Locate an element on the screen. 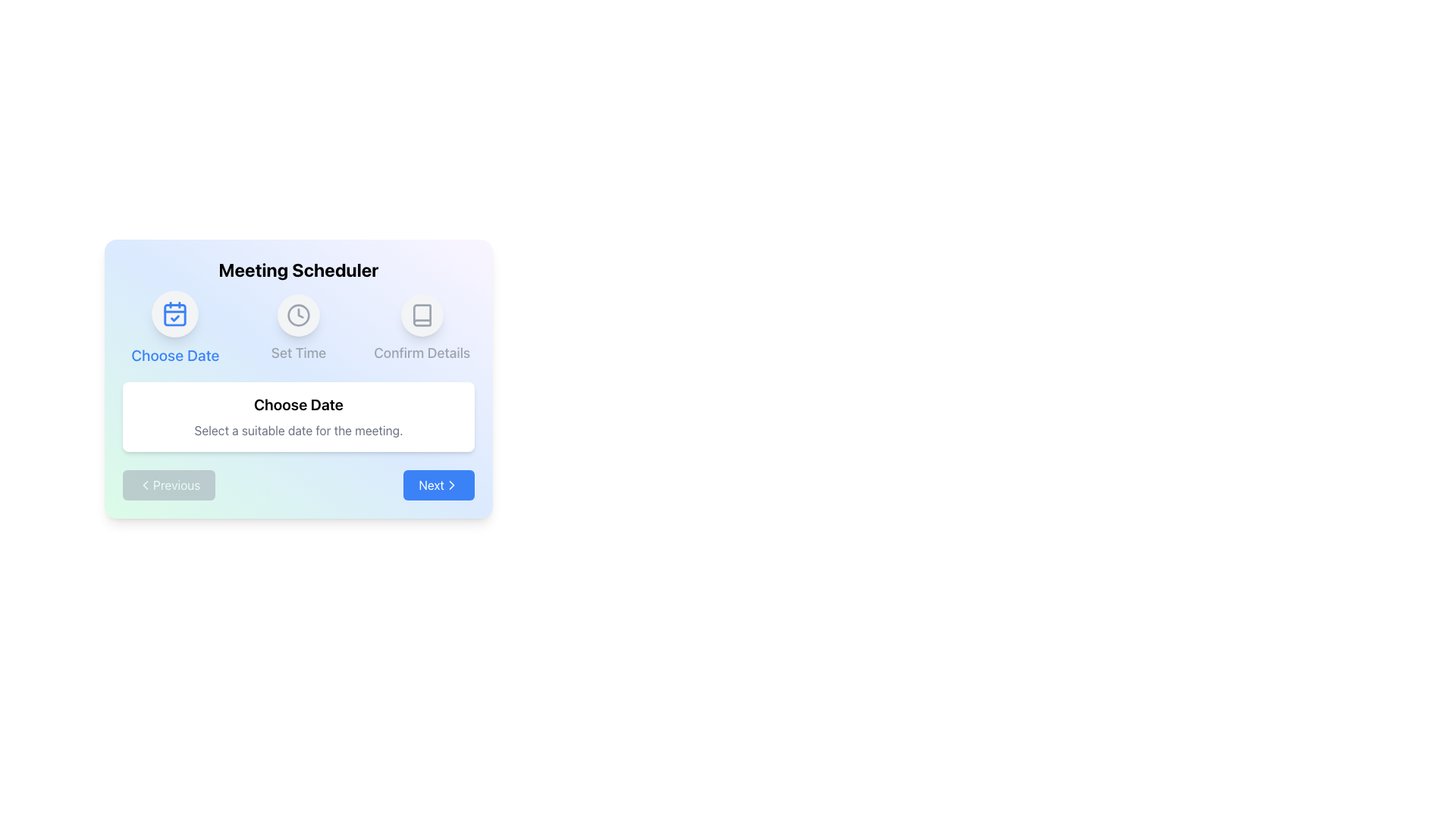 The width and height of the screenshot is (1456, 819). the graphical indicator icon for the 'Set Time' function, located above the text 'Set Time' in the horizontal navigation section is located at coordinates (298, 315).